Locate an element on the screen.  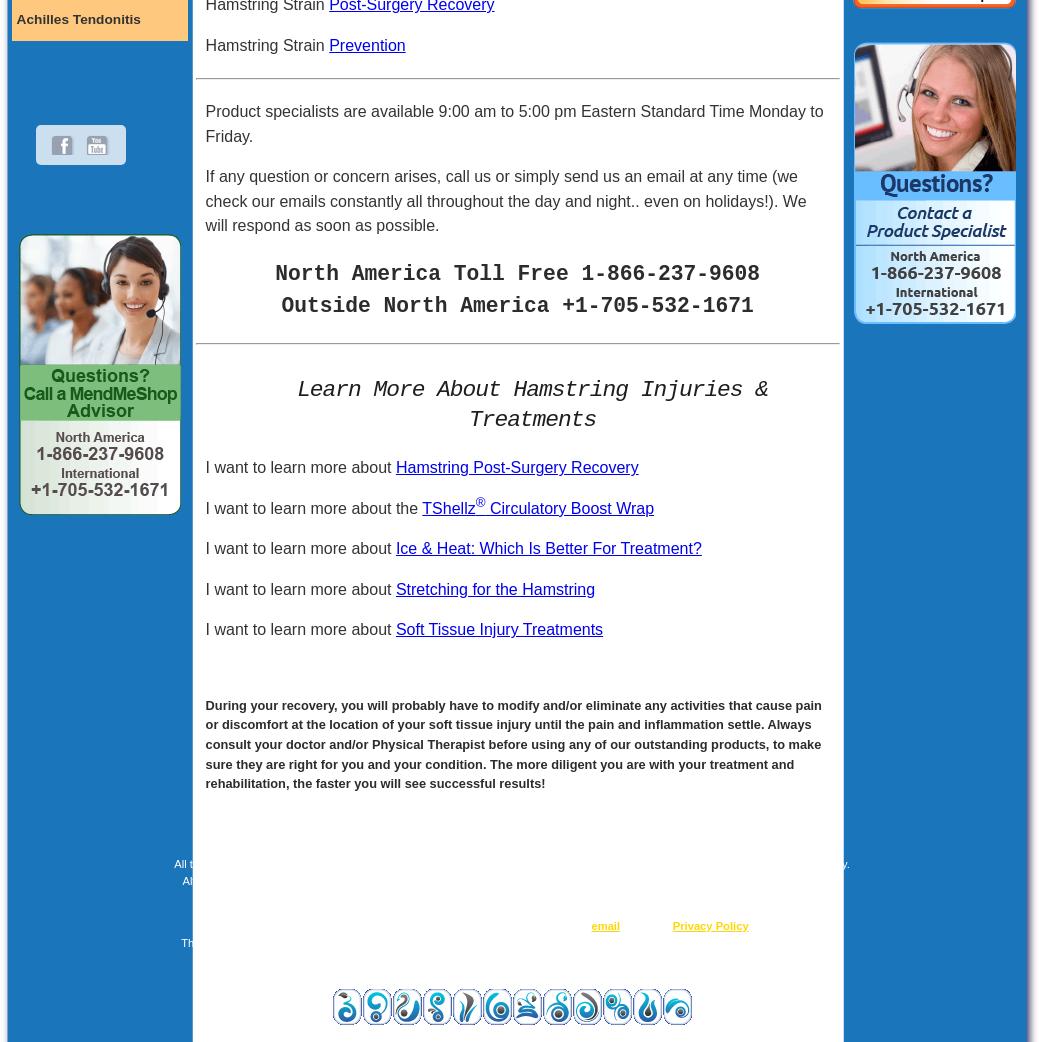
'are registered trademarks of In.Genu Design Group Inc.' is located at coordinates (701, 942).